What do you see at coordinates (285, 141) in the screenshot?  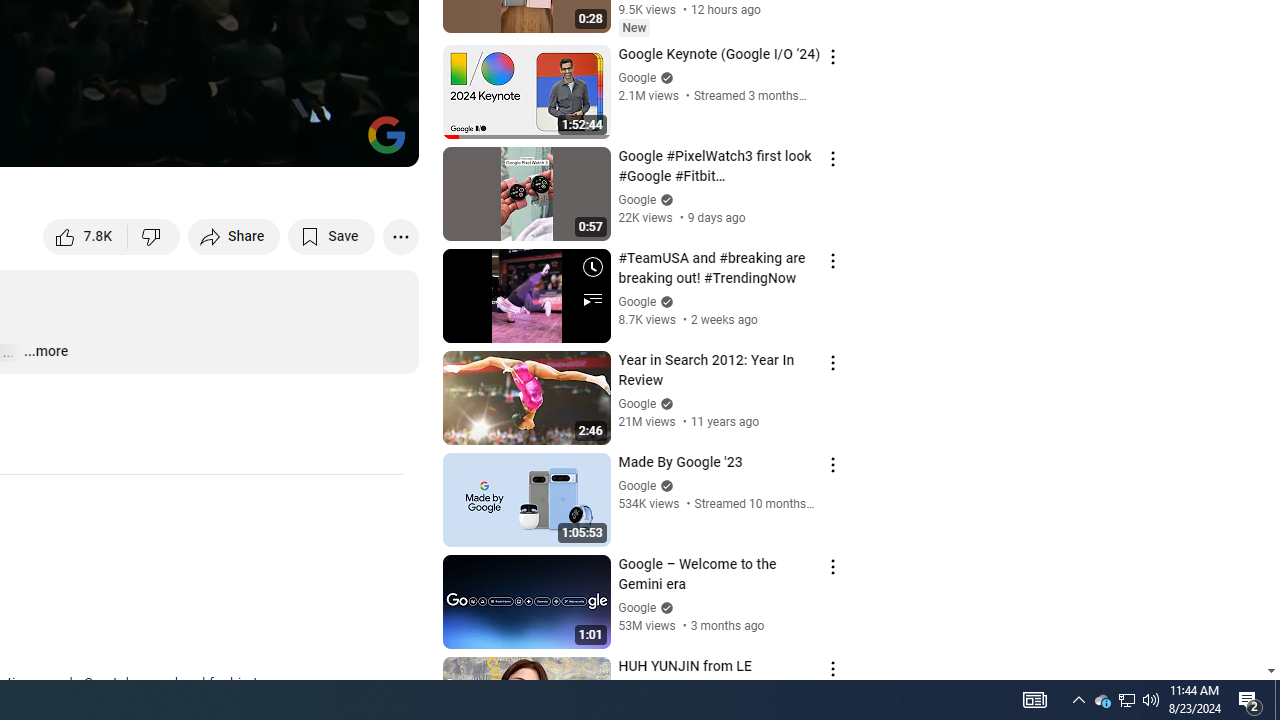 I see `'Miniplayer (i)'` at bounding box center [285, 141].